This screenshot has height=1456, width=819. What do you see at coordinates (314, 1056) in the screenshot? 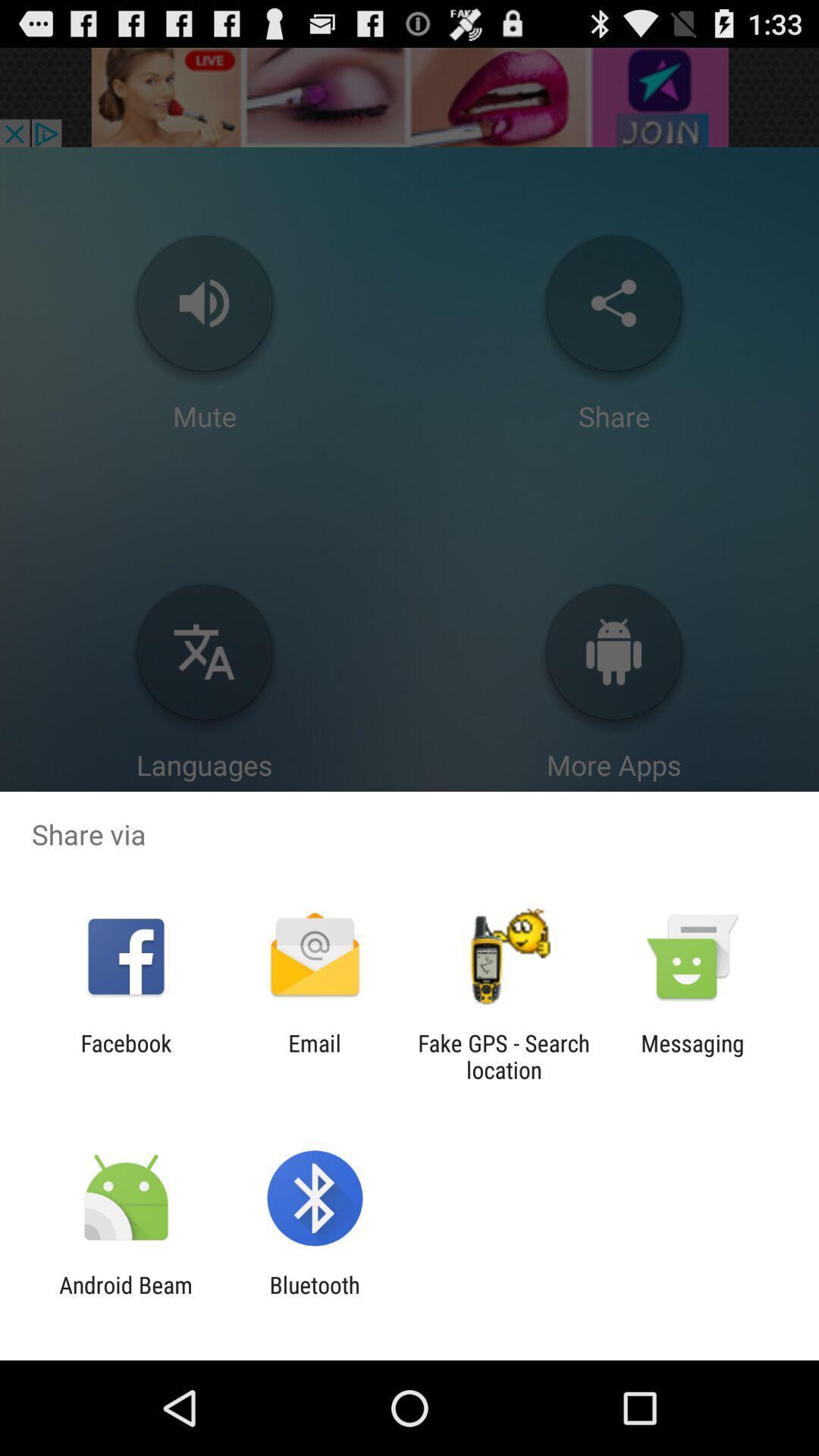
I see `app next to the fake gps search icon` at bounding box center [314, 1056].